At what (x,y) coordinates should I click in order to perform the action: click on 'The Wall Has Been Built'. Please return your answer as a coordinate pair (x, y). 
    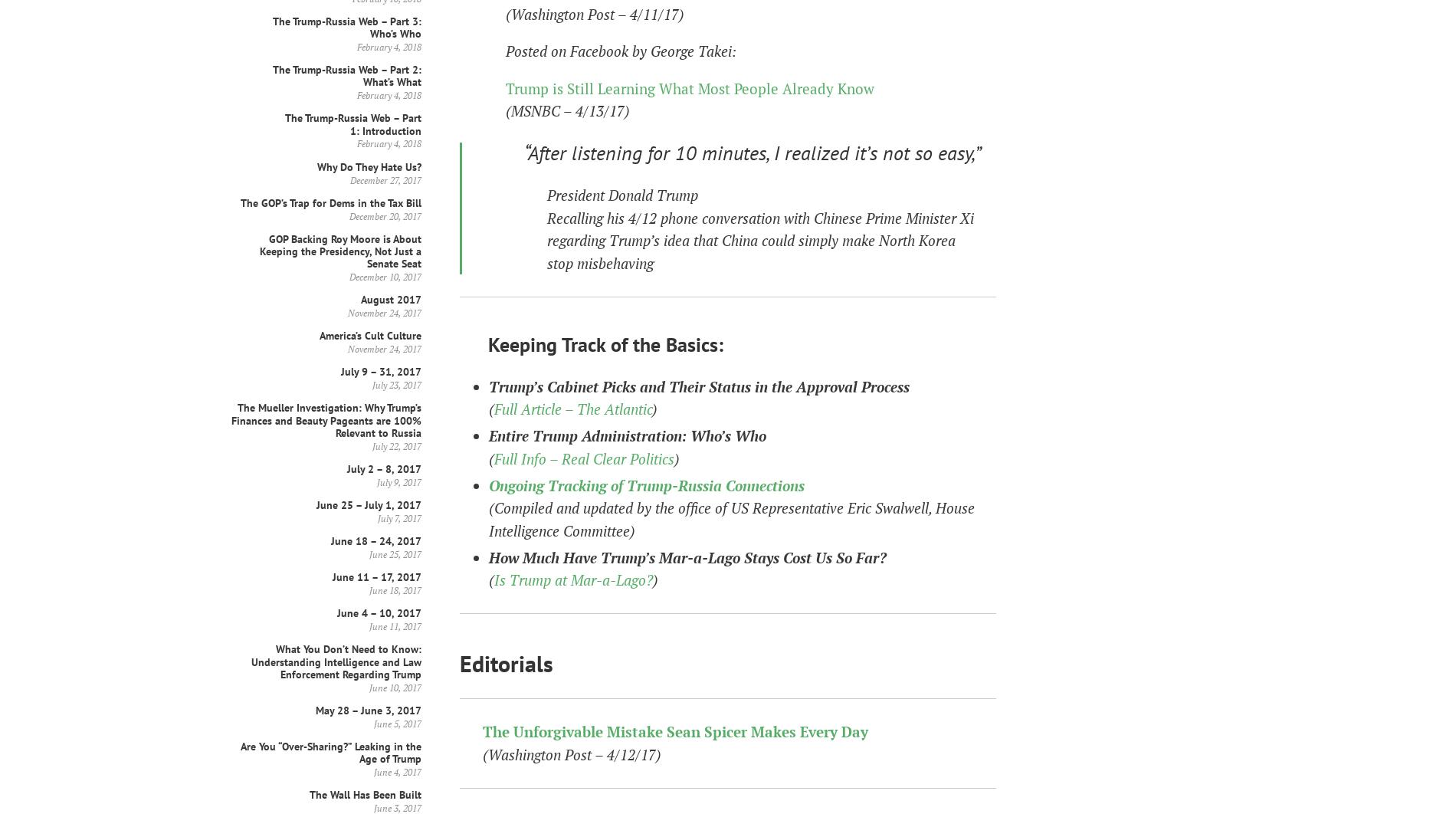
    Looking at the image, I should click on (366, 793).